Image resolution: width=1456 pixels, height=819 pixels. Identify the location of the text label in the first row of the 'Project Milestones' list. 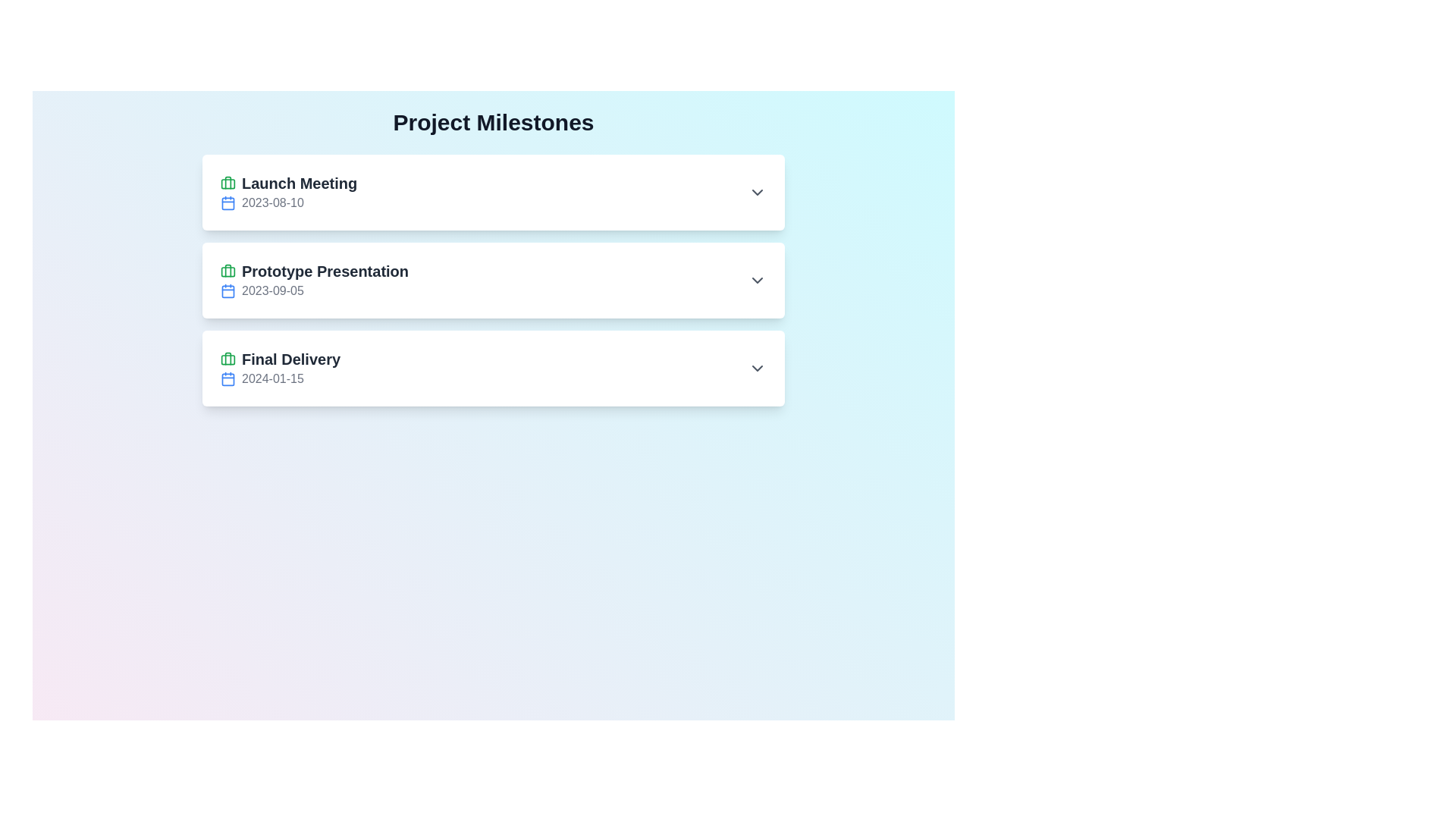
(289, 183).